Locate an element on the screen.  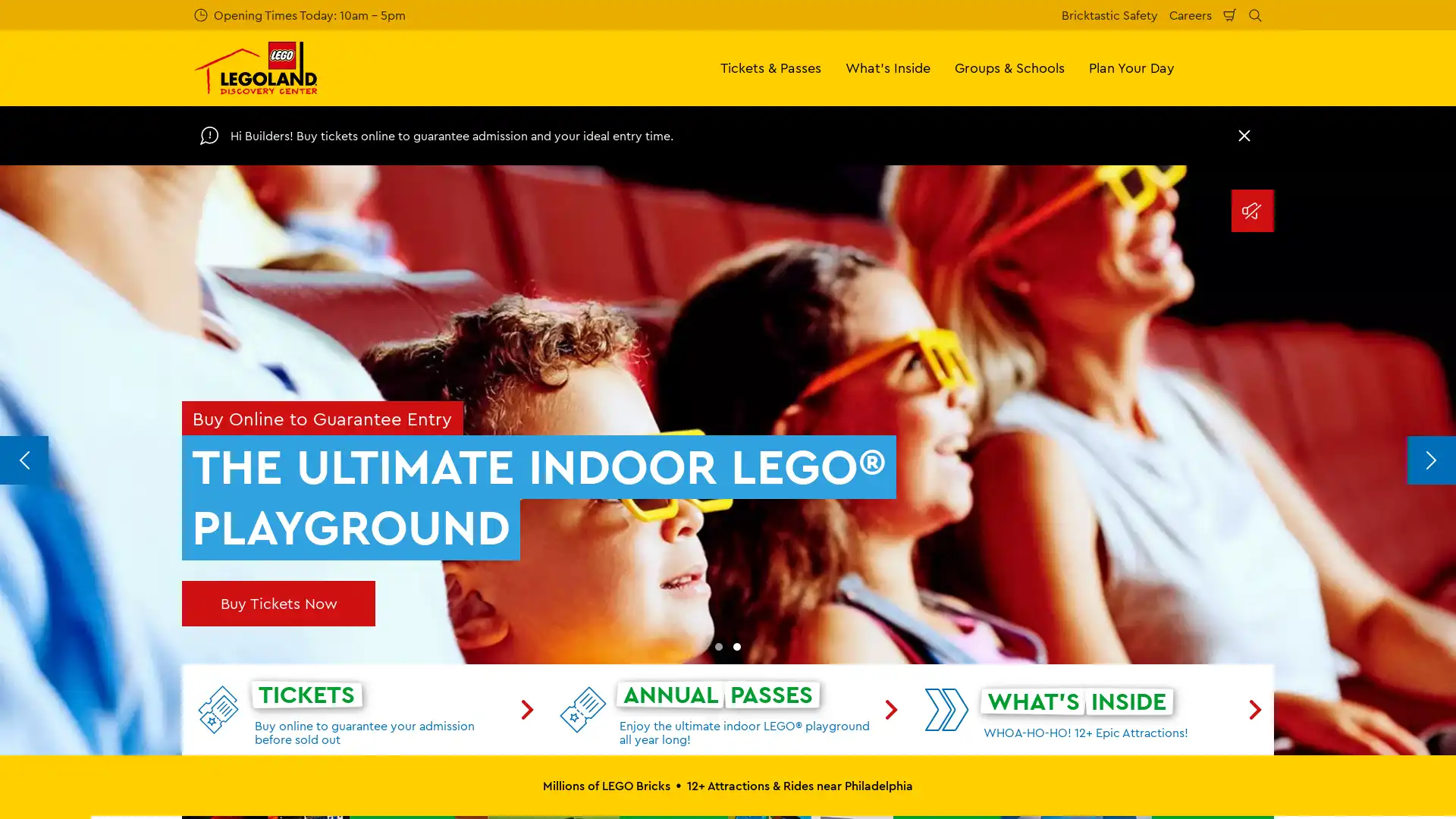
Go to slide 2 is located at coordinates (736, 646).